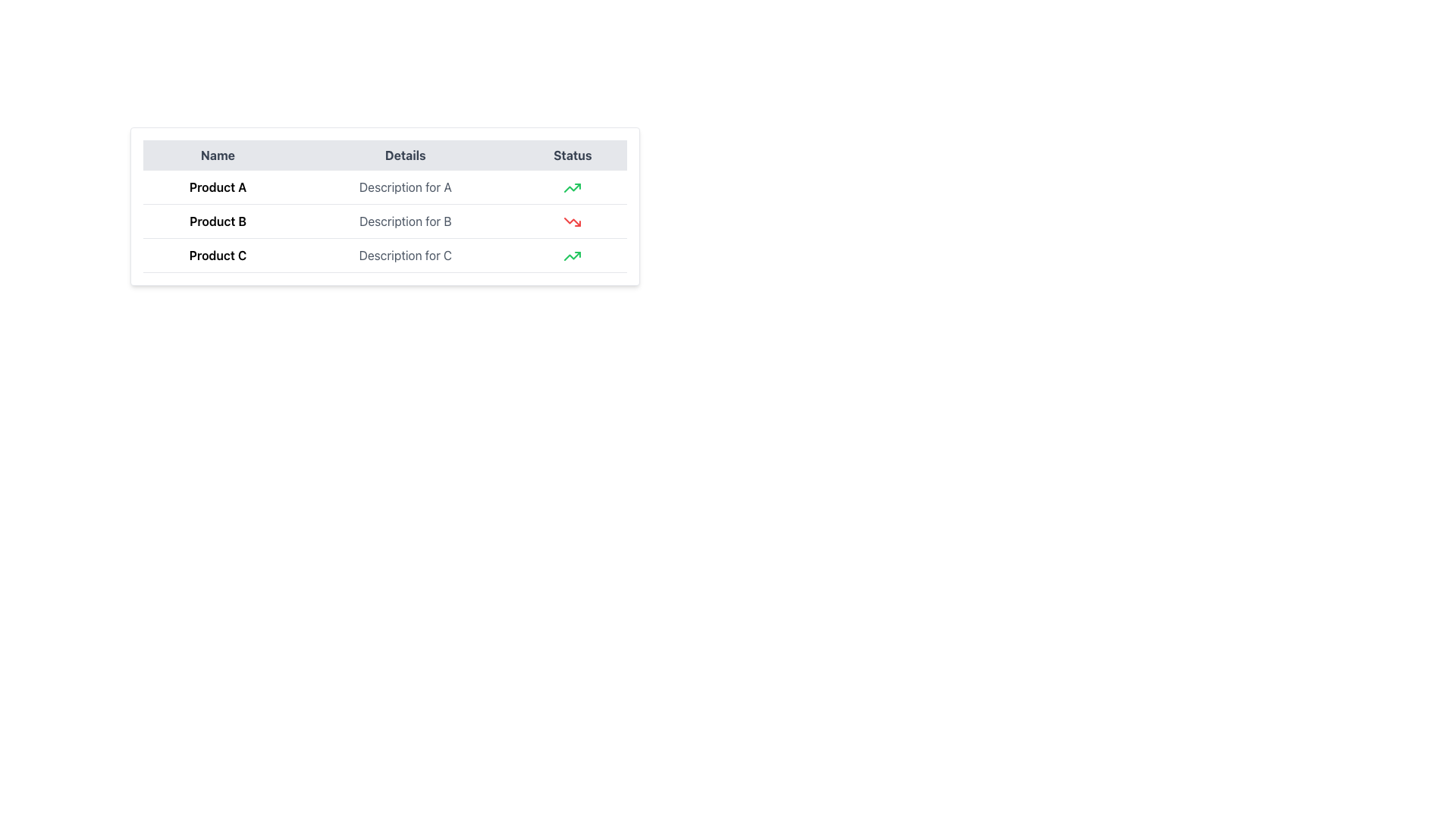 This screenshot has width=1456, height=819. What do you see at coordinates (385, 254) in the screenshot?
I see `the third row in the table displaying 'Product C', which contains a description and a green upward trending icon` at bounding box center [385, 254].